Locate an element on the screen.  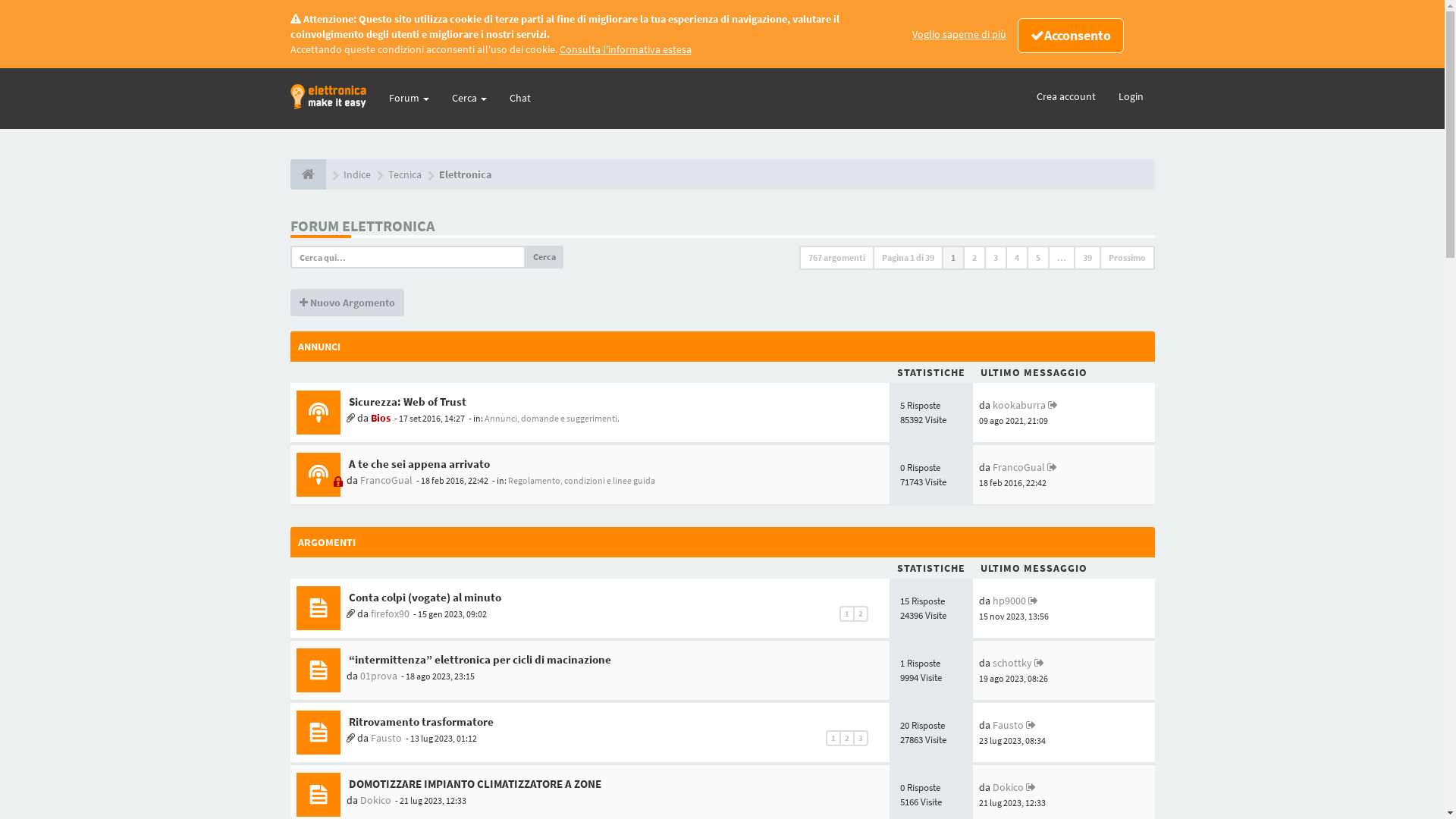
'firefox90' is located at coordinates (389, 613).